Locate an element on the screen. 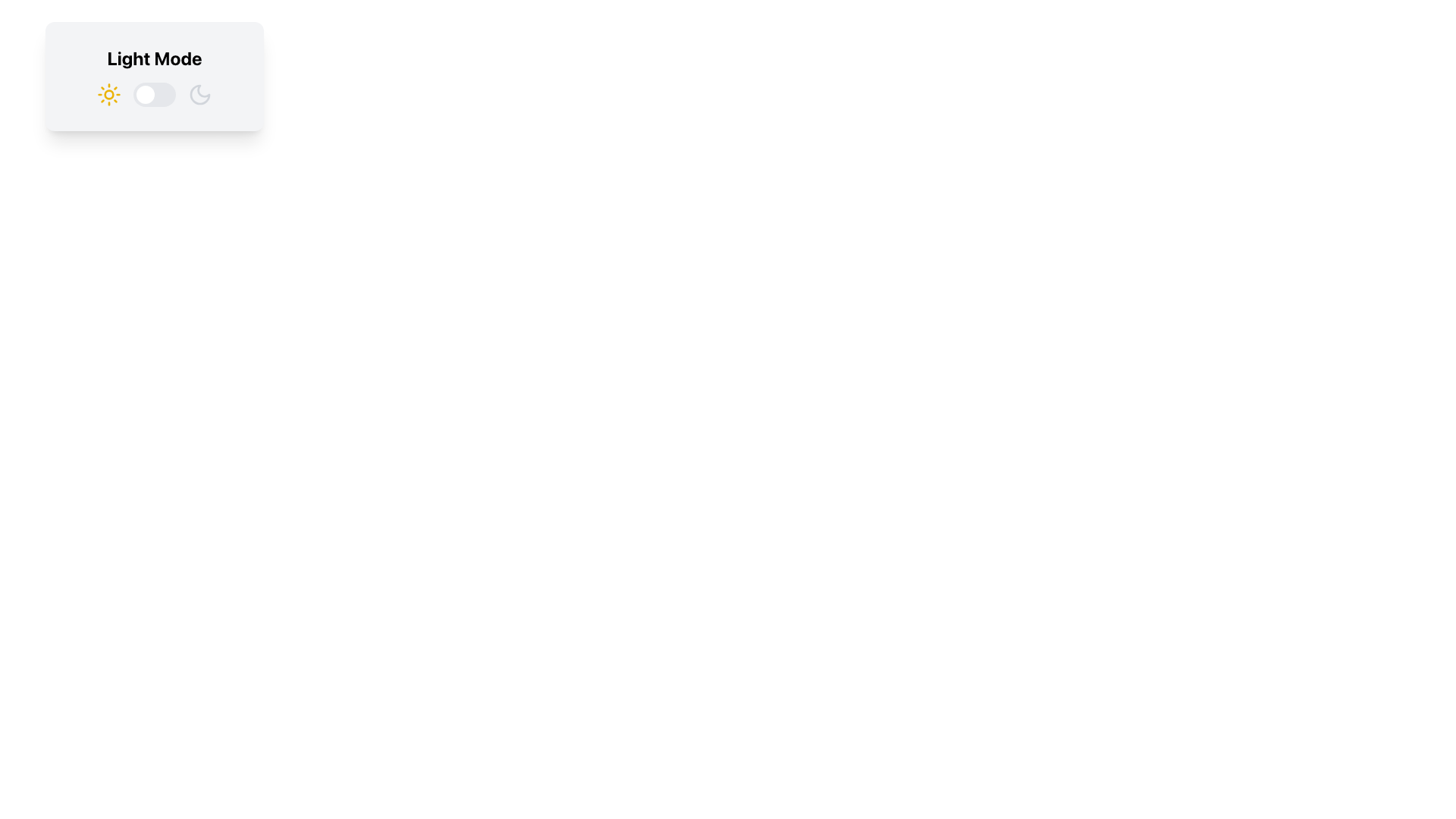 Image resolution: width=1456 pixels, height=819 pixels. the sun or moon icons of the Toggle Switch with Adjacent Icons is located at coordinates (154, 94).